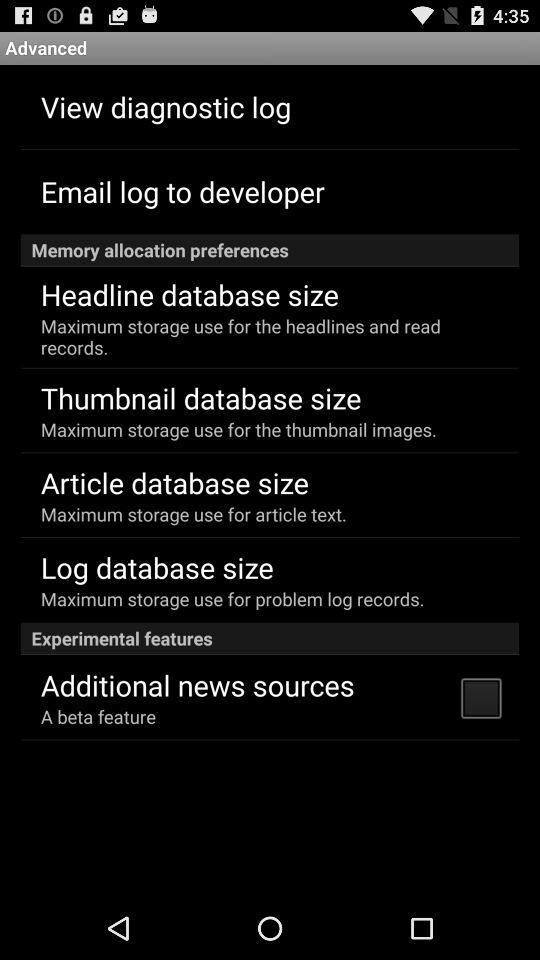 This screenshot has width=540, height=960. What do you see at coordinates (479, 697) in the screenshot?
I see `the icon at the bottom right corner` at bounding box center [479, 697].